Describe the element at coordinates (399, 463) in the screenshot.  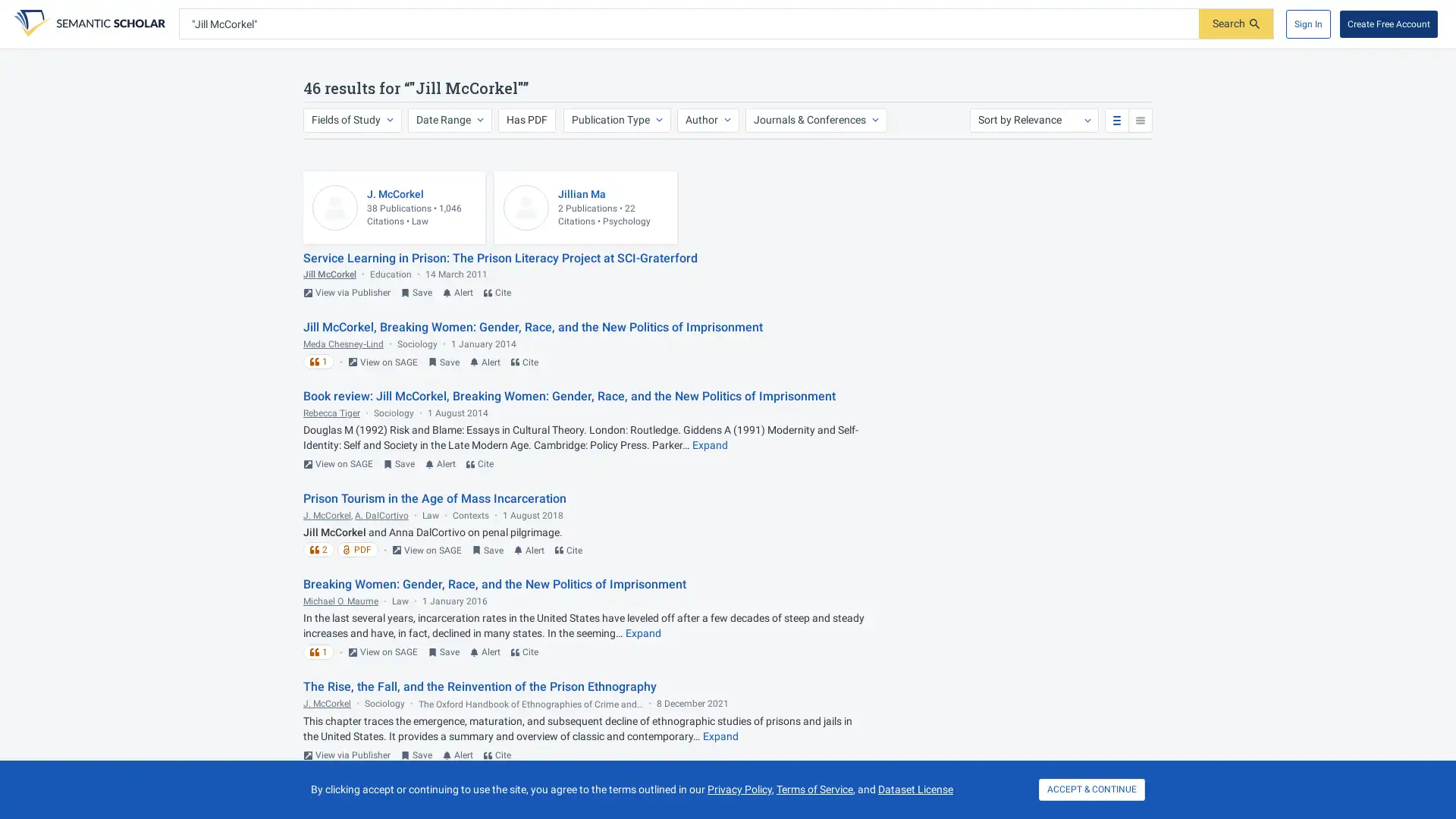
I see `Save to Library` at that location.